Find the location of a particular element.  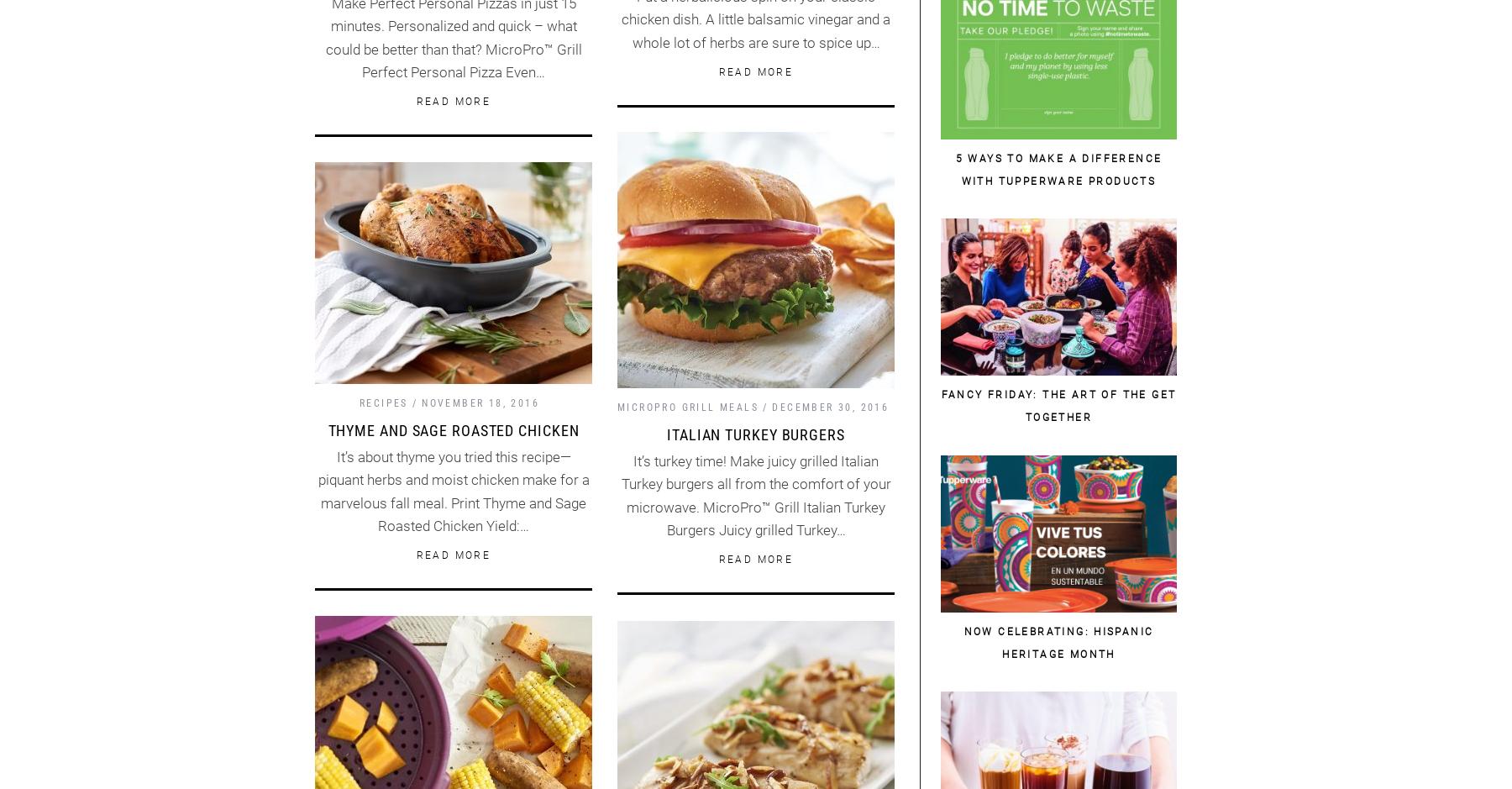

'MicroPro Grill Meals' is located at coordinates (616, 405).